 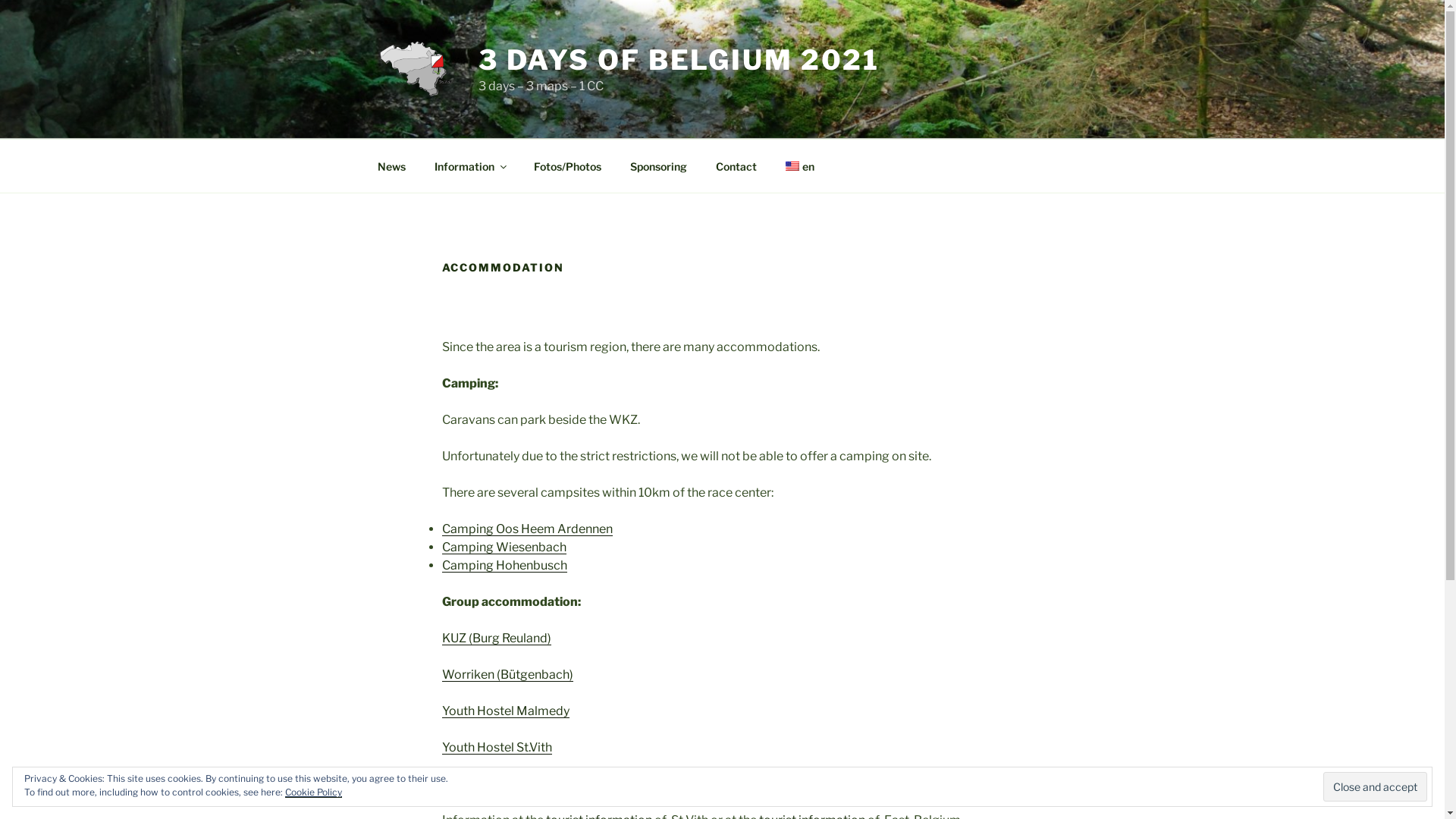 What do you see at coordinates (284, 791) in the screenshot?
I see `'Cookie Policy'` at bounding box center [284, 791].